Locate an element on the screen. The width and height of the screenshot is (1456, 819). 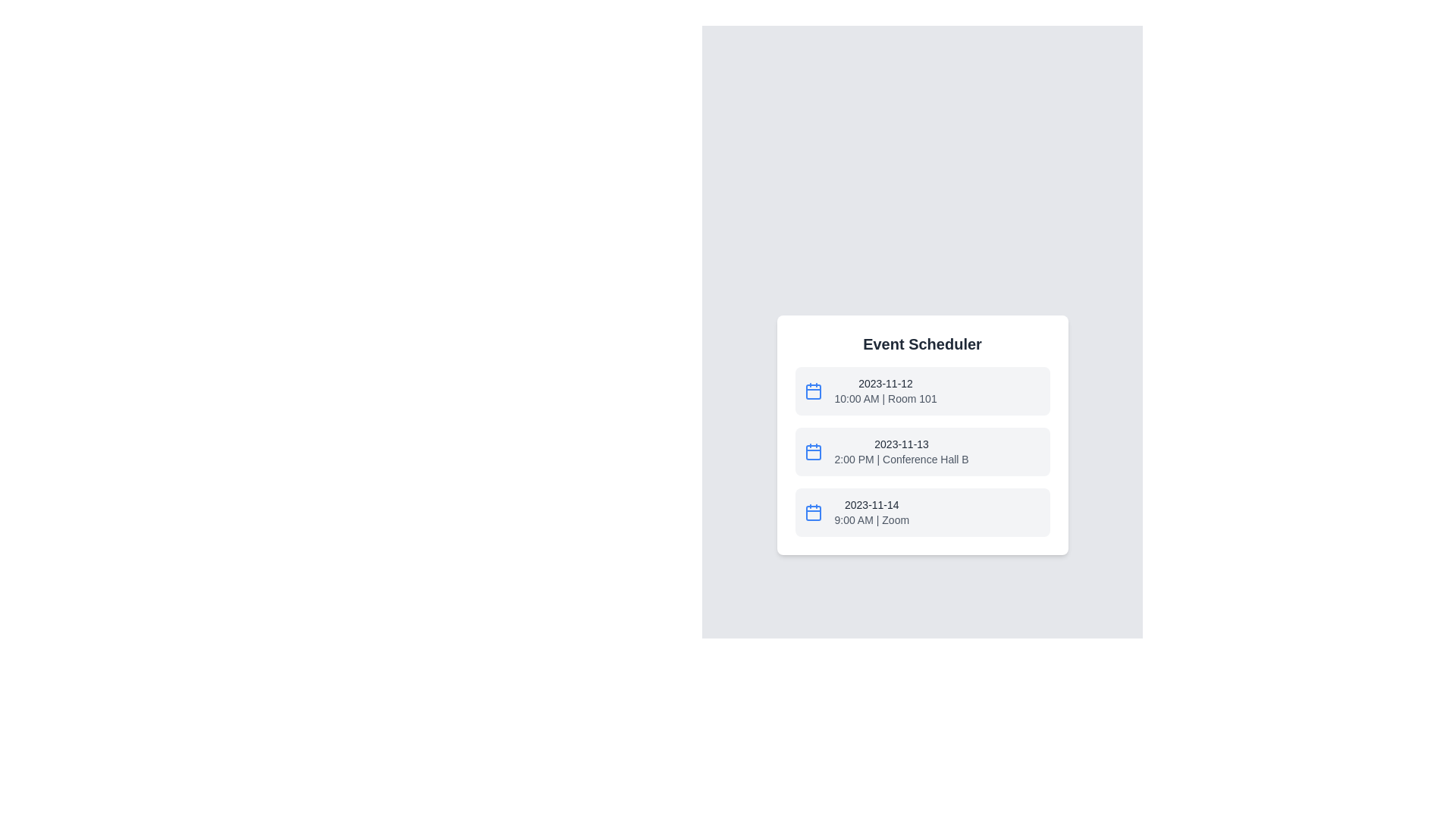
the text label displaying the date '2023-11-13' in the event listing card under 'Event Scheduler' is located at coordinates (902, 444).